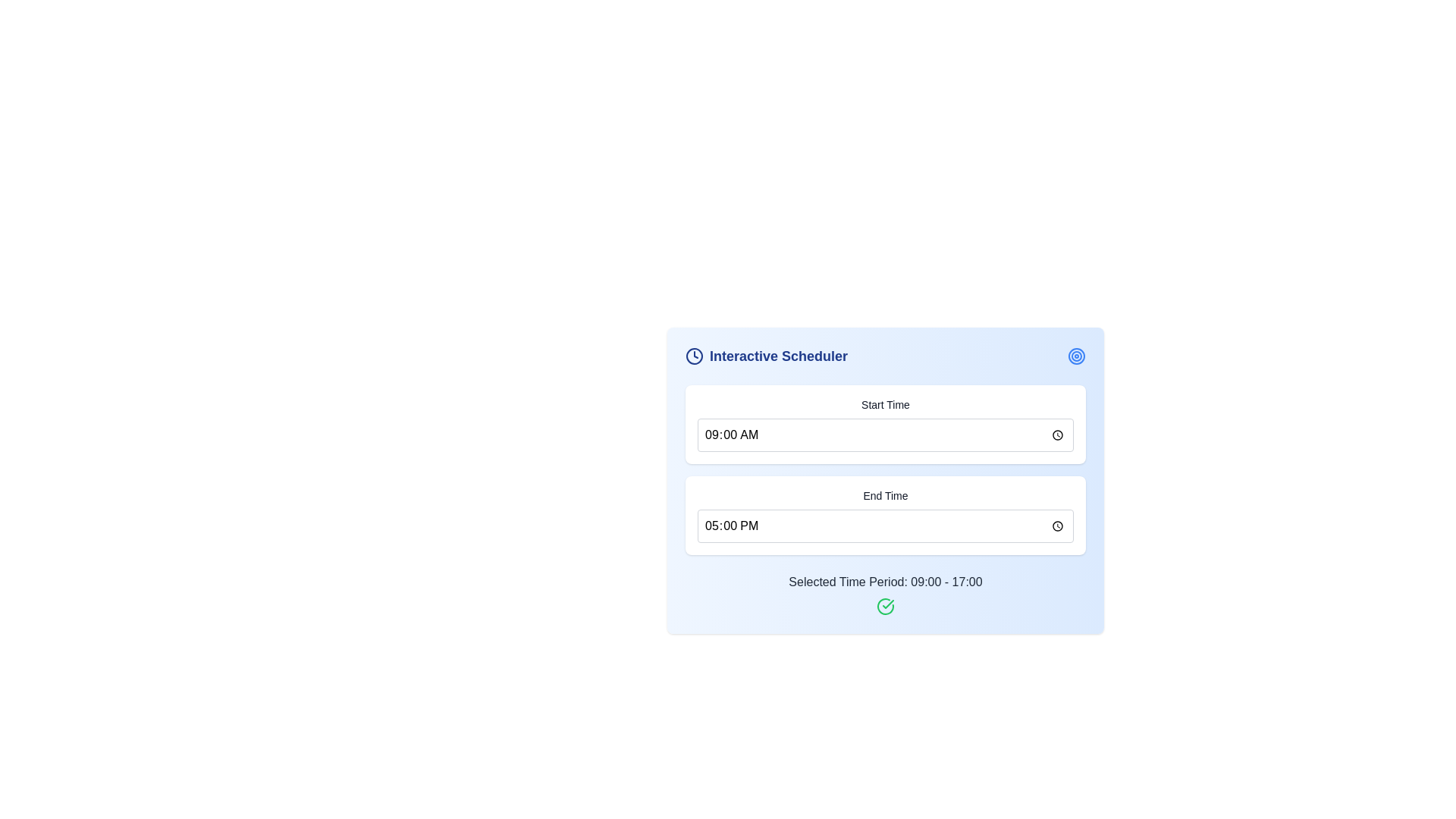  Describe the element at coordinates (885, 496) in the screenshot. I see `the text label indicating 'End Time' above the time input field within the light-blue background card` at that location.